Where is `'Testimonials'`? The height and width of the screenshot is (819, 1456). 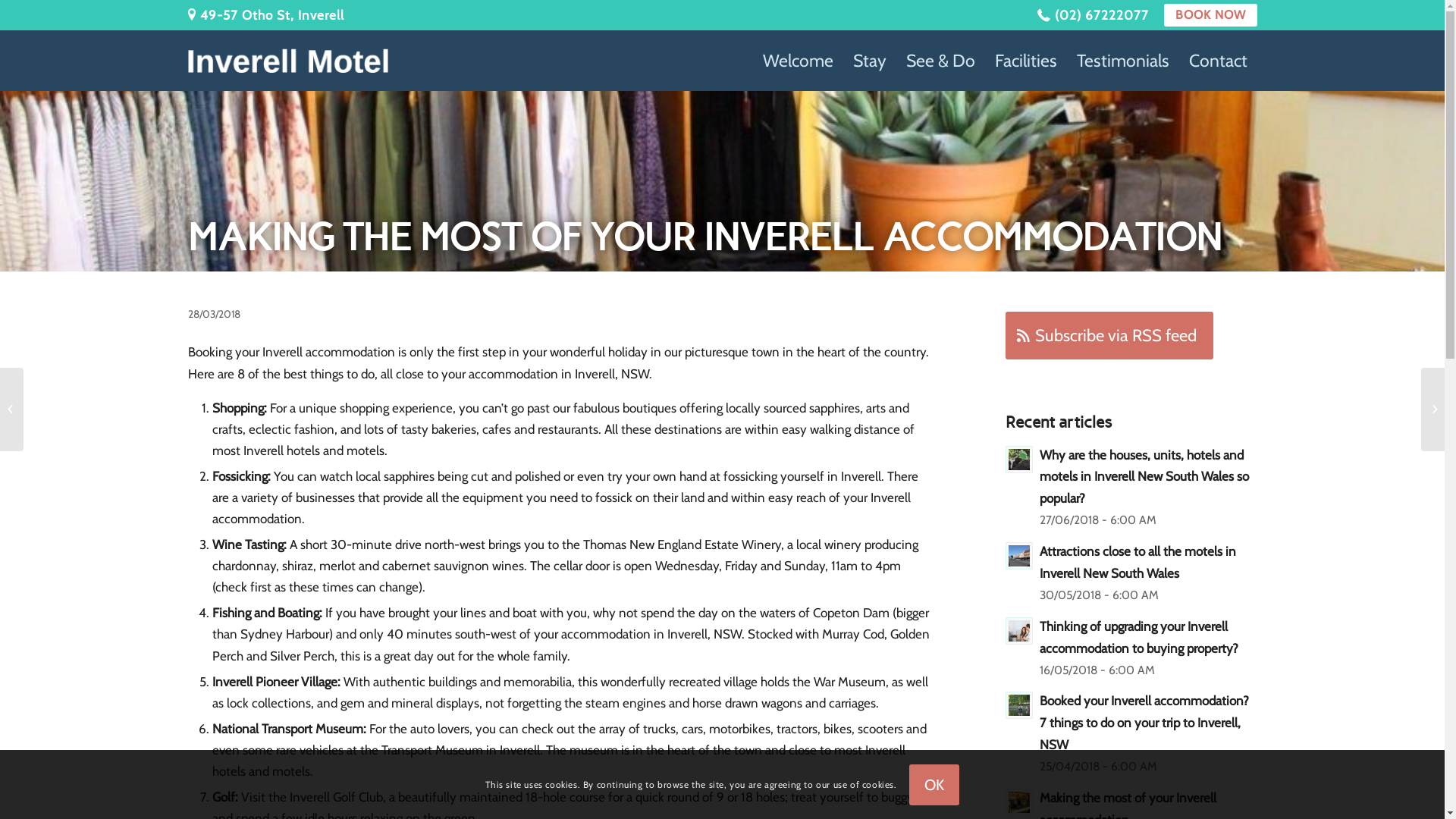
'Testimonials' is located at coordinates (1122, 60).